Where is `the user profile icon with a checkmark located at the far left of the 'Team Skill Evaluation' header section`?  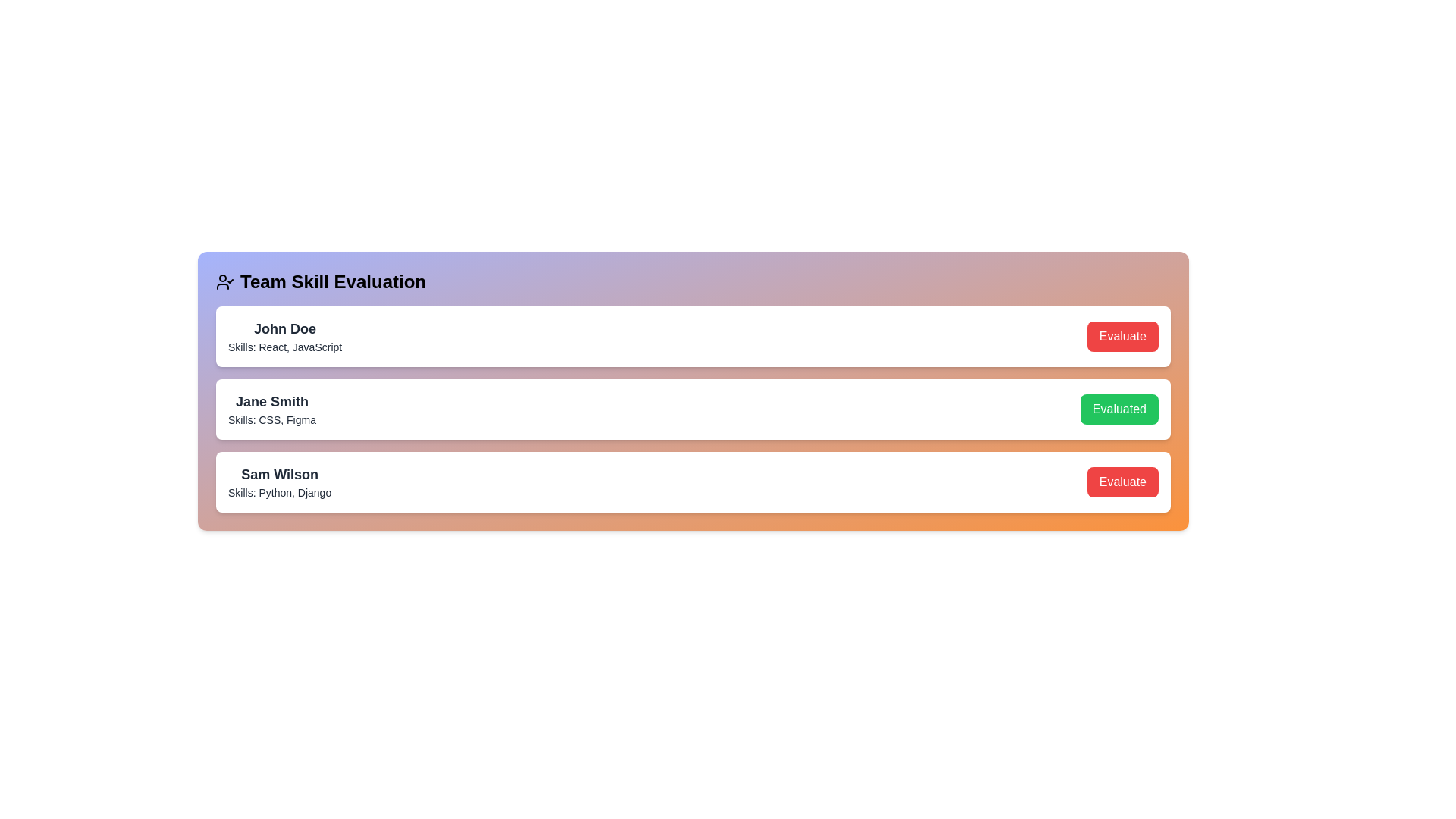
the user profile icon with a checkmark located at the far left of the 'Team Skill Evaluation' header section is located at coordinates (224, 281).